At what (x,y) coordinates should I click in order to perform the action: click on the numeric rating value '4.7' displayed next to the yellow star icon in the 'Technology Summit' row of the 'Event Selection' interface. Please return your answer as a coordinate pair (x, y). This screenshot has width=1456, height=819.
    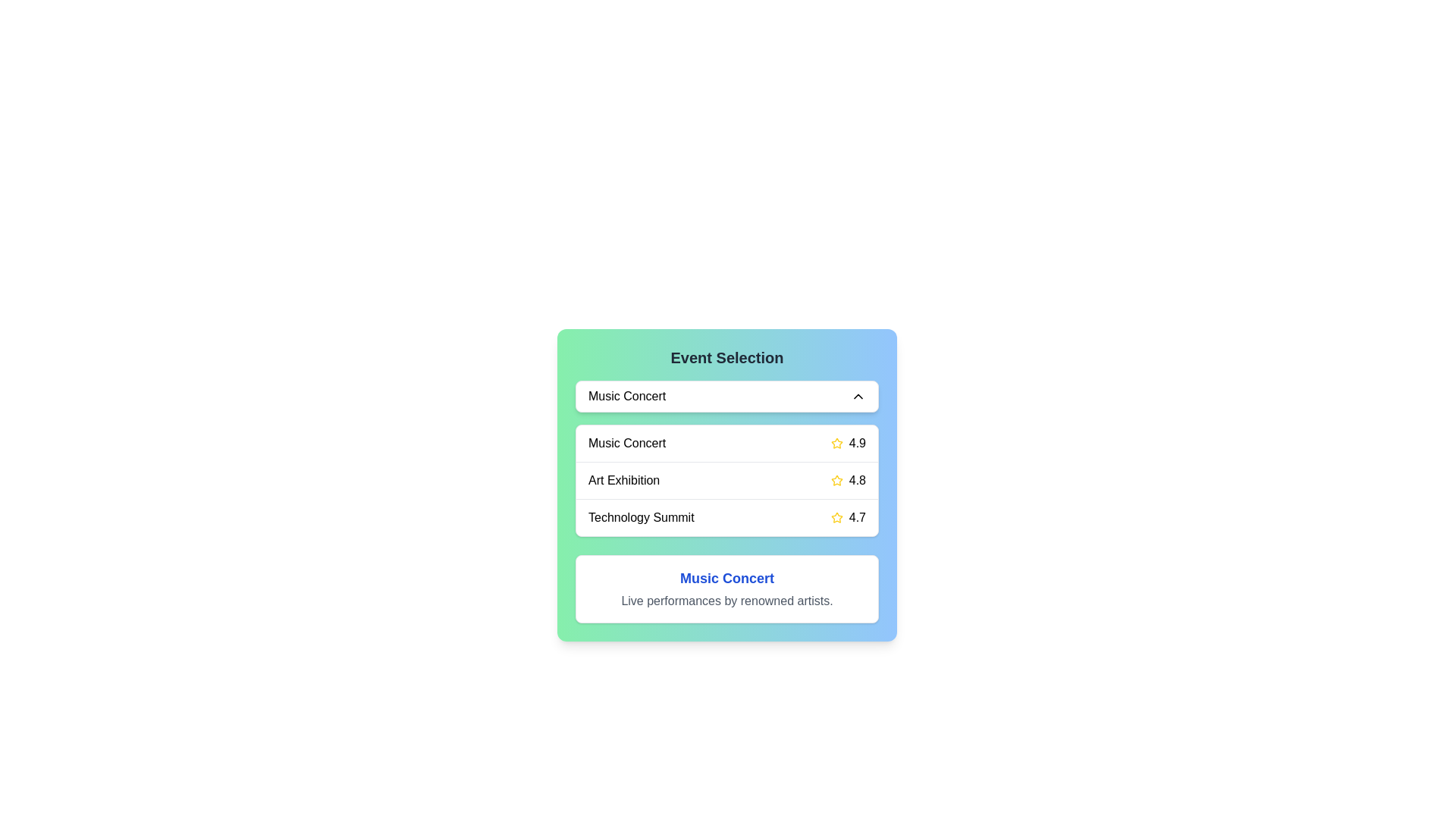
    Looking at the image, I should click on (847, 516).